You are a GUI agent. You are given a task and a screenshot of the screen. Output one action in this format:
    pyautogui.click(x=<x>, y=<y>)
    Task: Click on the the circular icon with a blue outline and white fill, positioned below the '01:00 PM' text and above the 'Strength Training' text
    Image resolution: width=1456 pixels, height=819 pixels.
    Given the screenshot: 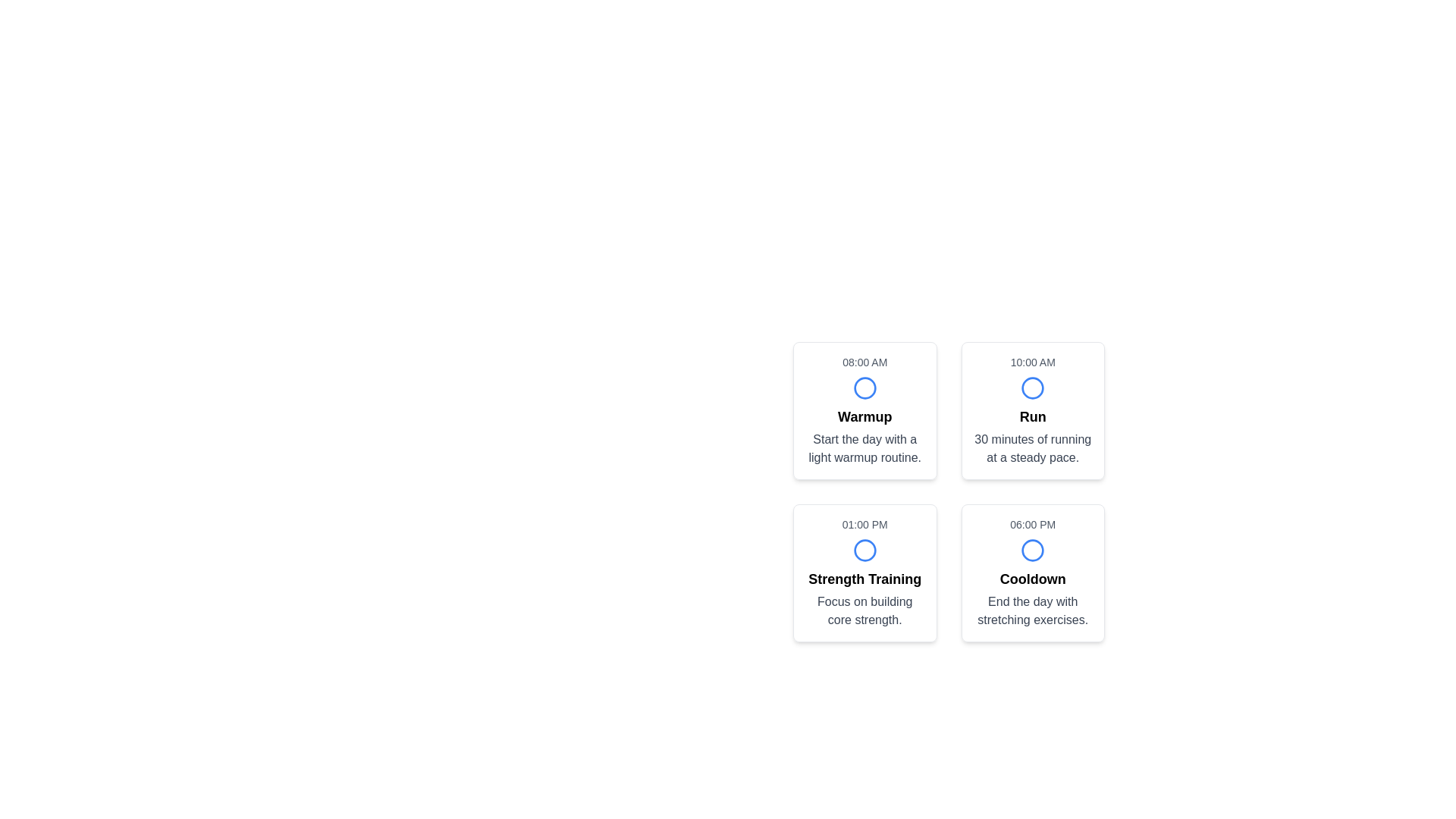 What is the action you would take?
    pyautogui.click(x=864, y=550)
    